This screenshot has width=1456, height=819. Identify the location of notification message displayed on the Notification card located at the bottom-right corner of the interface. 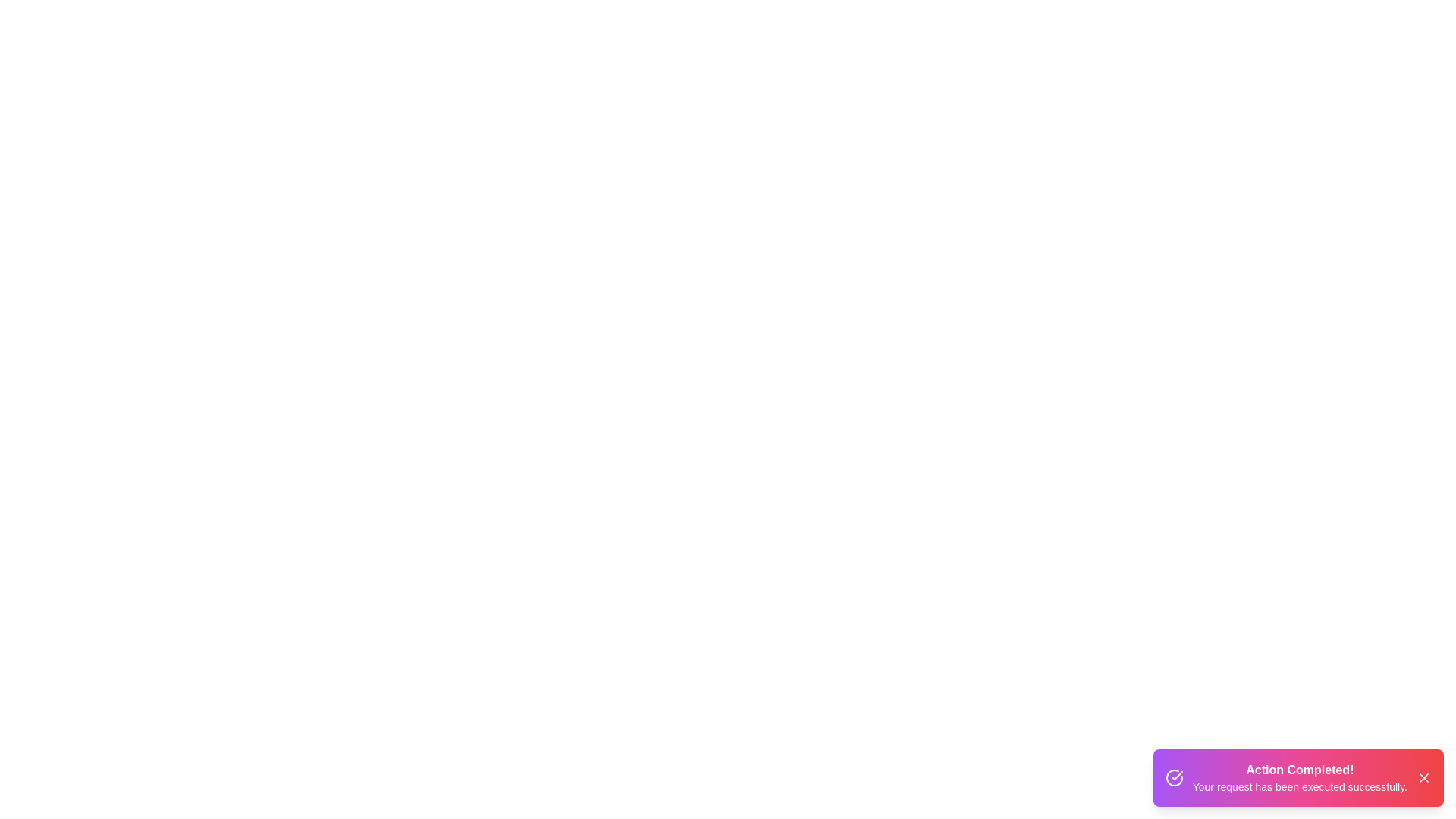
(1298, 778).